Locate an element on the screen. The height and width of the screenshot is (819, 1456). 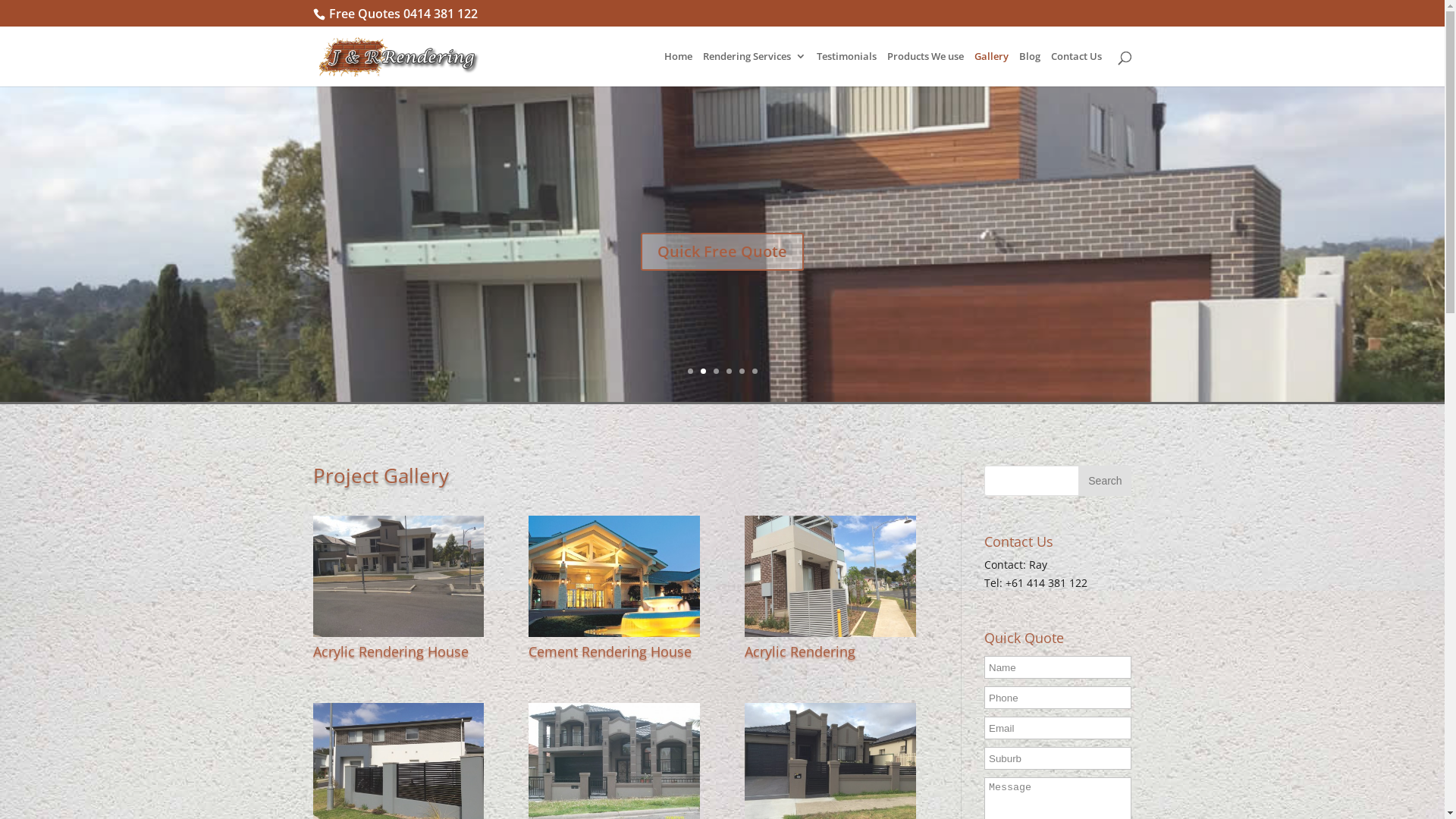
'Free Quotes 0414 381 122' is located at coordinates (403, 14).